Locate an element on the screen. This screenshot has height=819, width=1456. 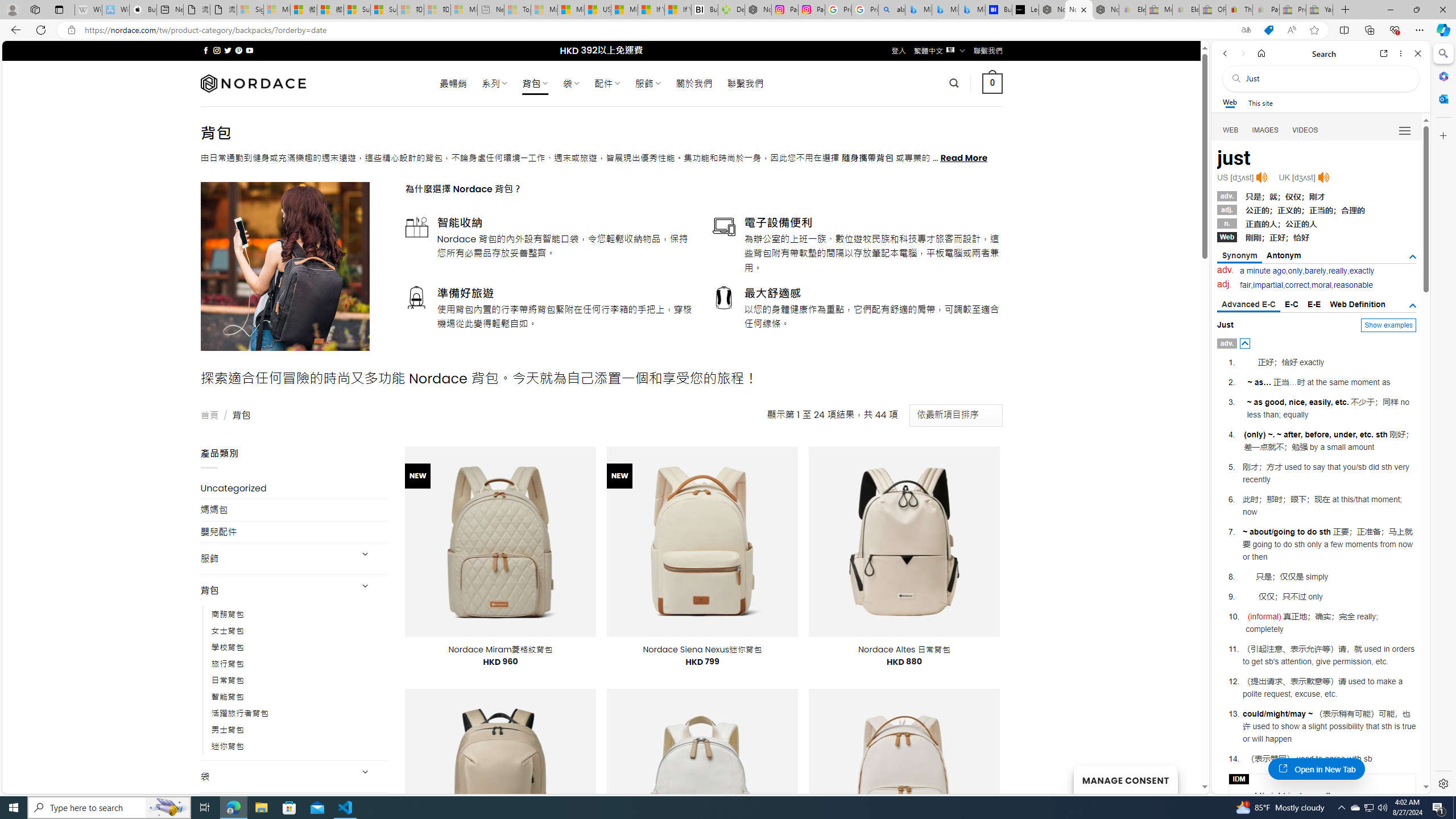
'Marine life - MSN - Sleeping' is located at coordinates (543, 9).